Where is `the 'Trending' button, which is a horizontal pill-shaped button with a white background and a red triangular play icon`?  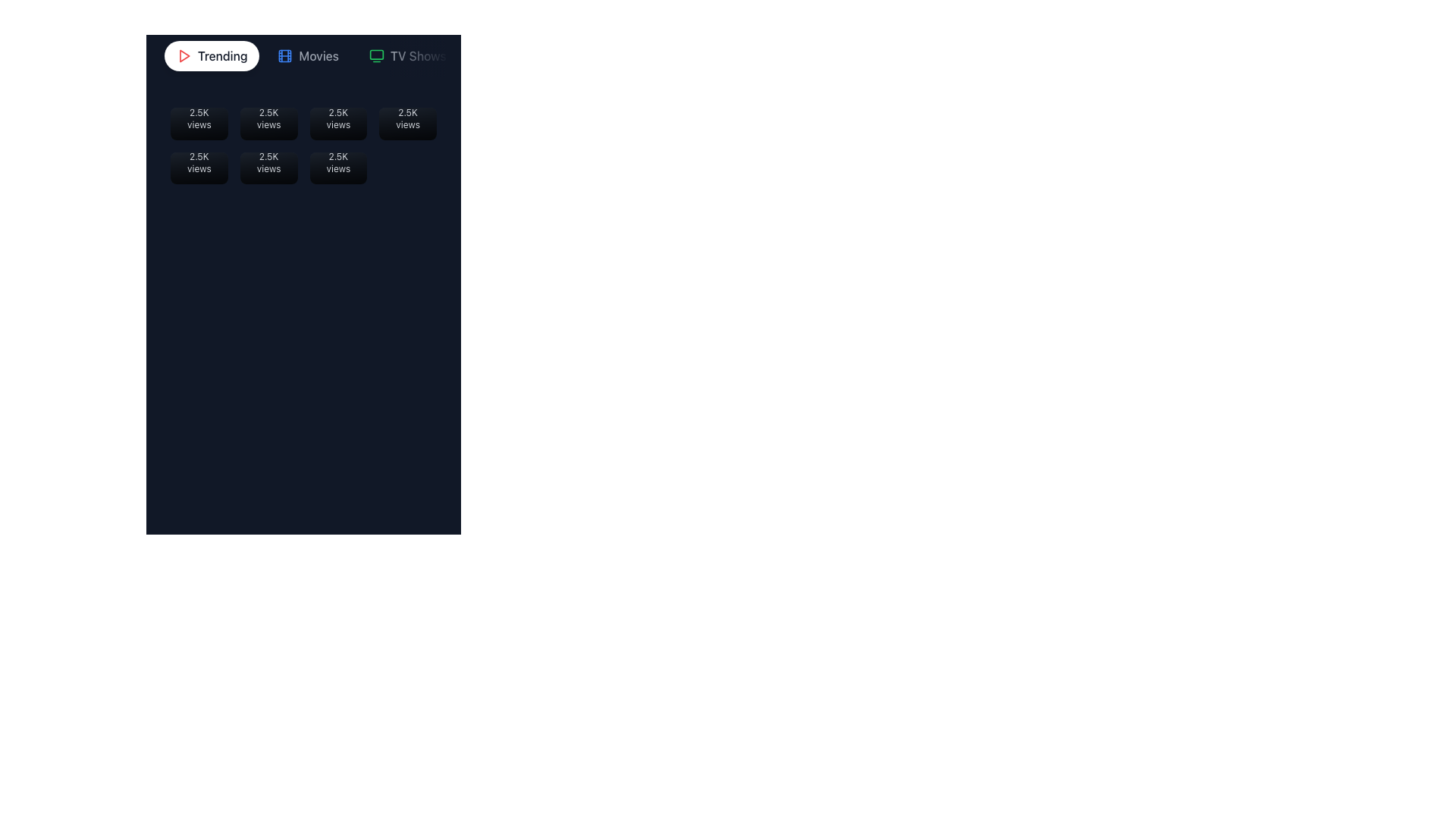
the 'Trending' button, which is a horizontal pill-shaped button with a white background and a red triangular play icon is located at coordinates (211, 55).